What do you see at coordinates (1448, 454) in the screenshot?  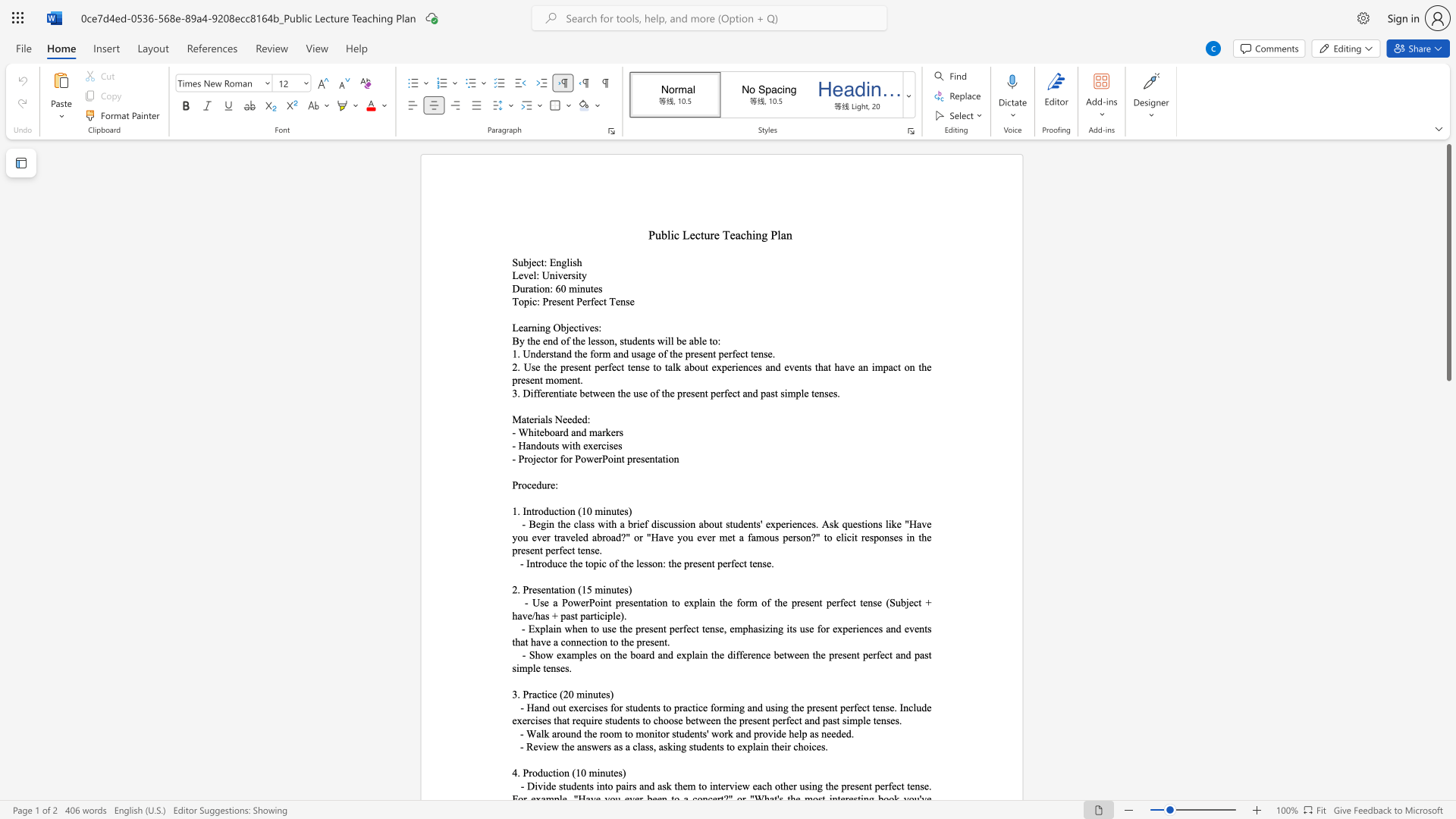 I see `the side scrollbar to bring the page down` at bounding box center [1448, 454].